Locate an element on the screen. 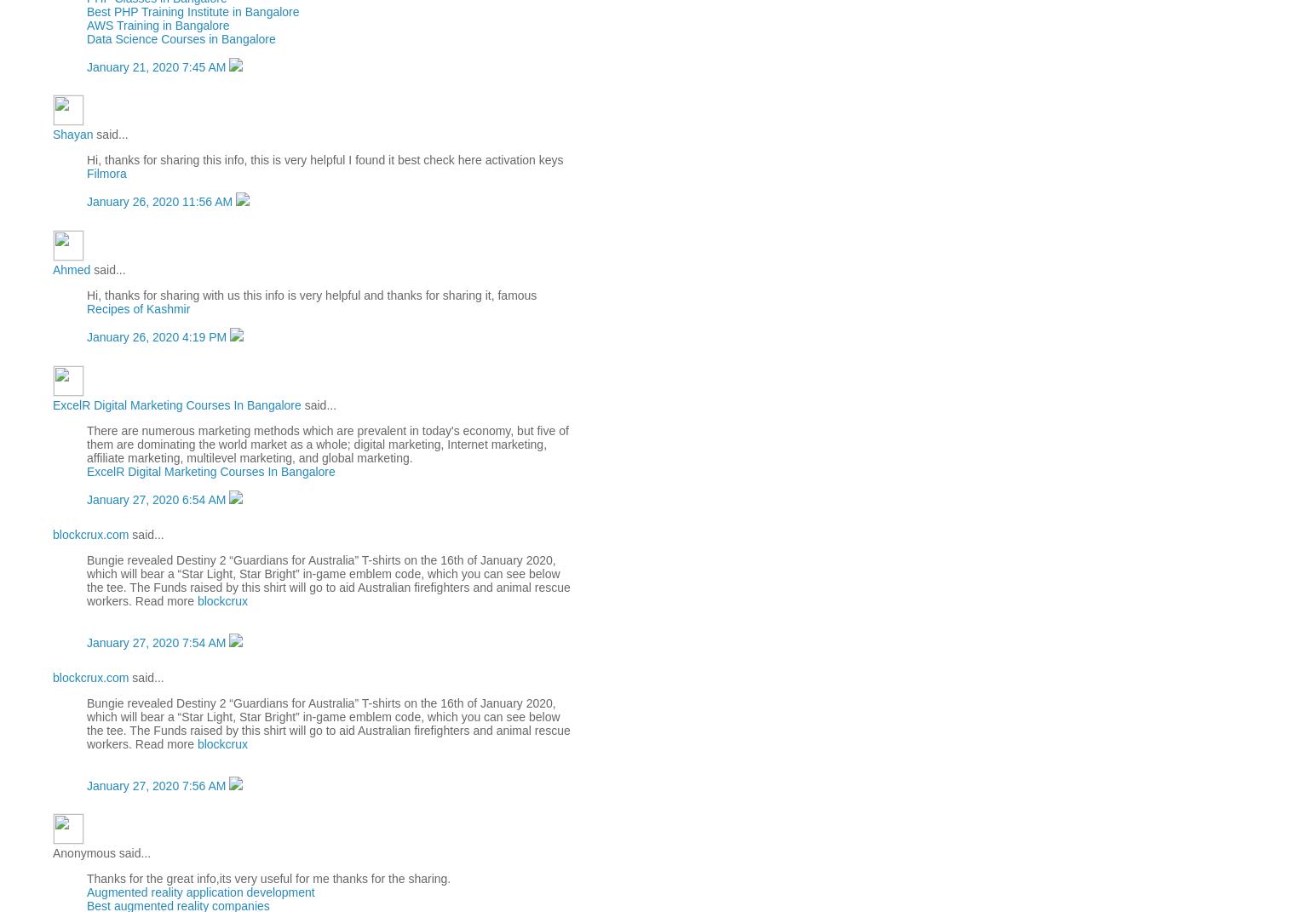 This screenshot has width=1316, height=912. 'Ahmed' is located at coordinates (51, 269).